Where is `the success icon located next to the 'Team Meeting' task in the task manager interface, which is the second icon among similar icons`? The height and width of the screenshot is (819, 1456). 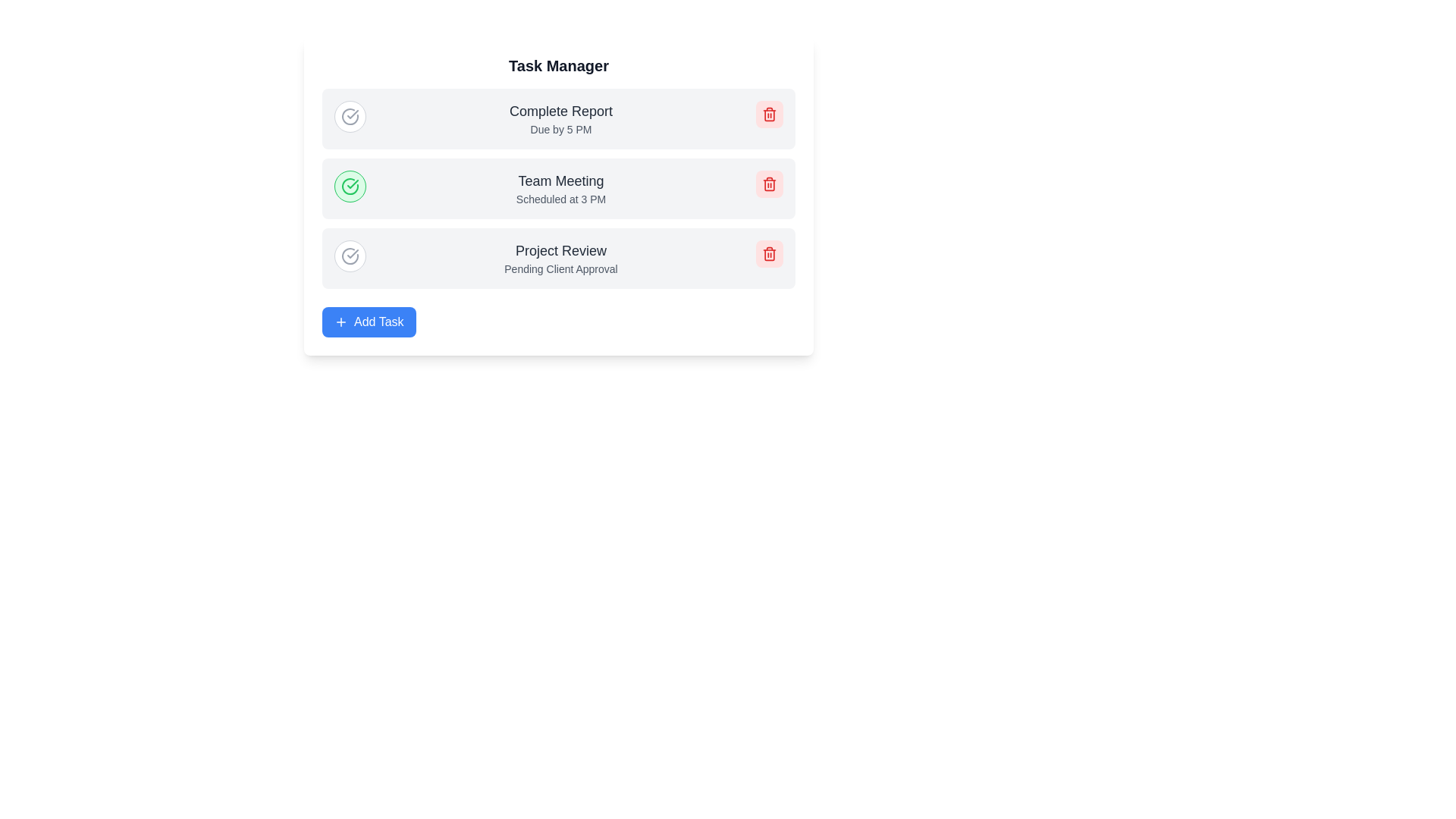 the success icon located next to the 'Team Meeting' task in the task manager interface, which is the second icon among similar icons is located at coordinates (349, 186).